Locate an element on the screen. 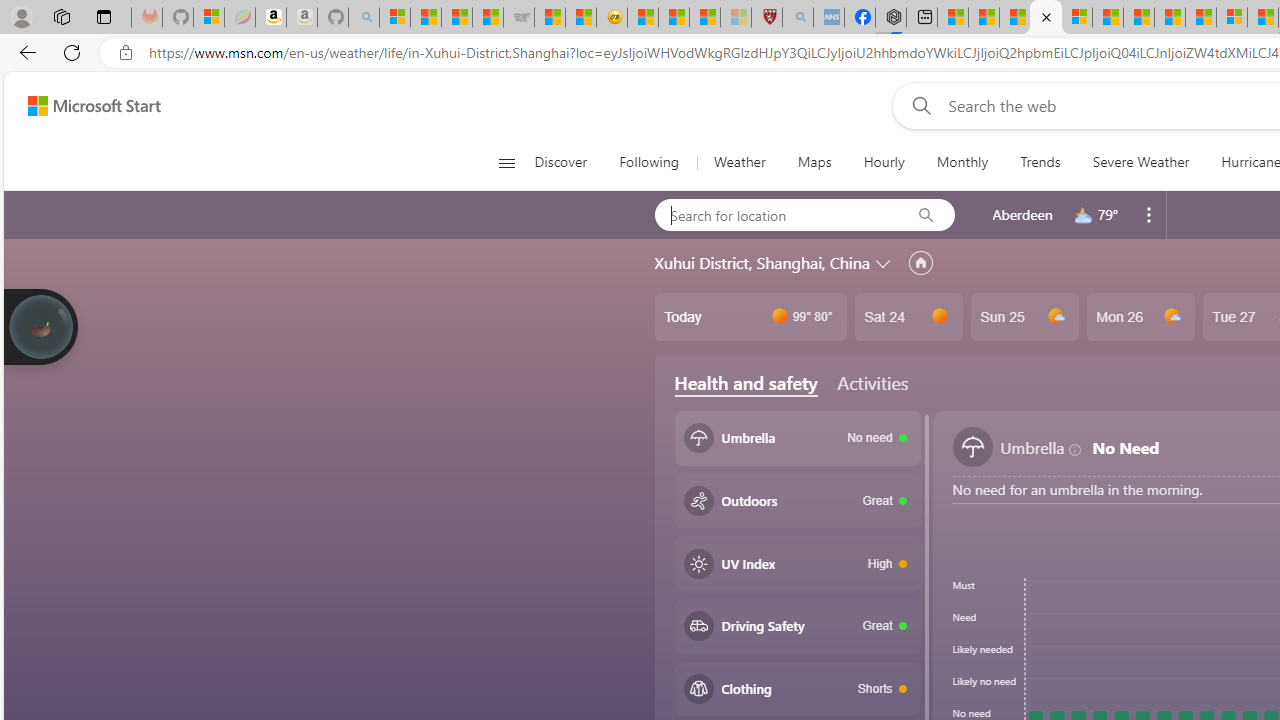 This screenshot has height=720, width=1280. 'Monthly' is located at coordinates (962, 162).